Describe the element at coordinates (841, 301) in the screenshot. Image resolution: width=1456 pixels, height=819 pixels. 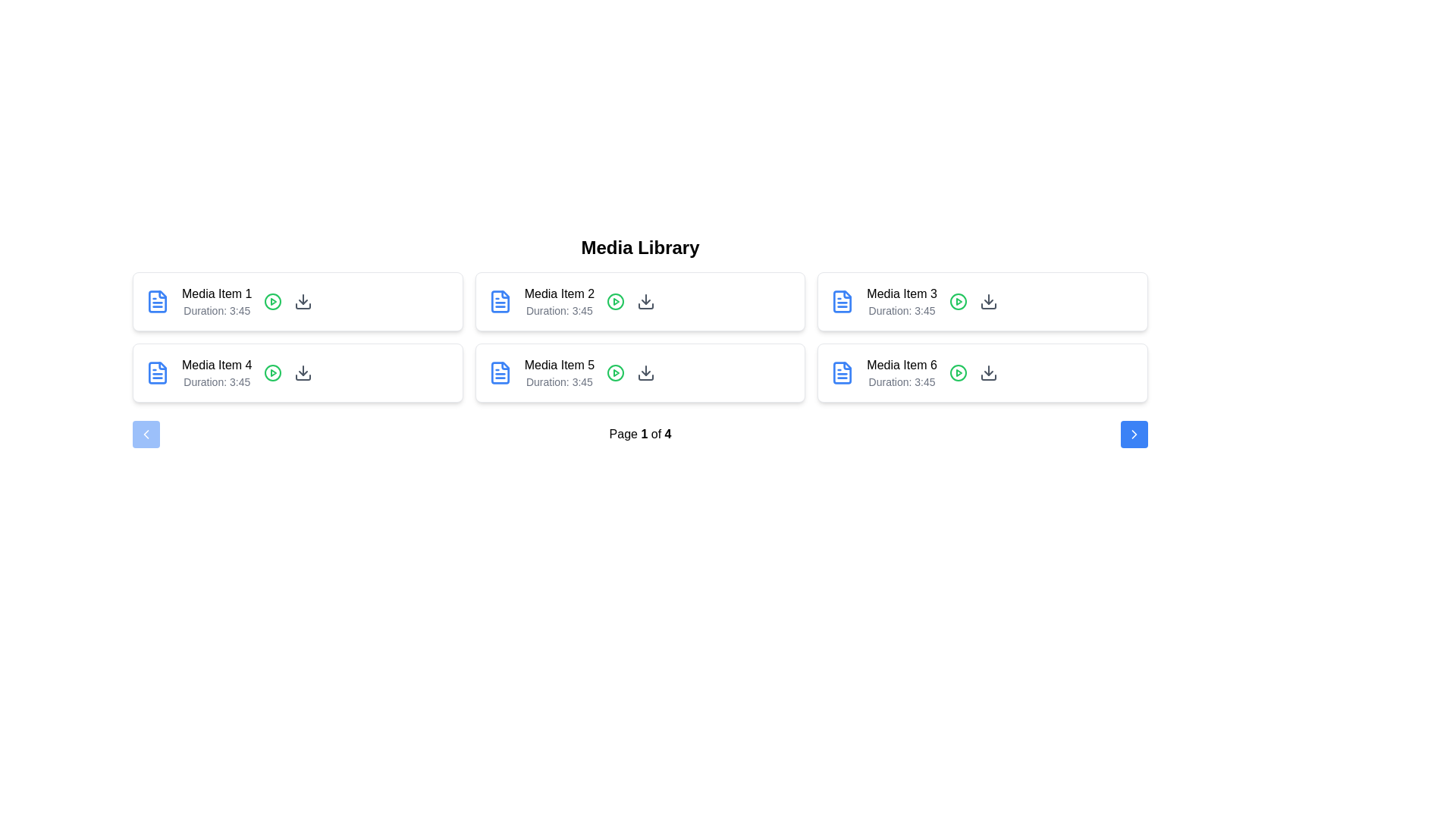
I see `the blue file icon for 'Media Item 2', which is the leftmost icon in its group within the media library interface` at that location.